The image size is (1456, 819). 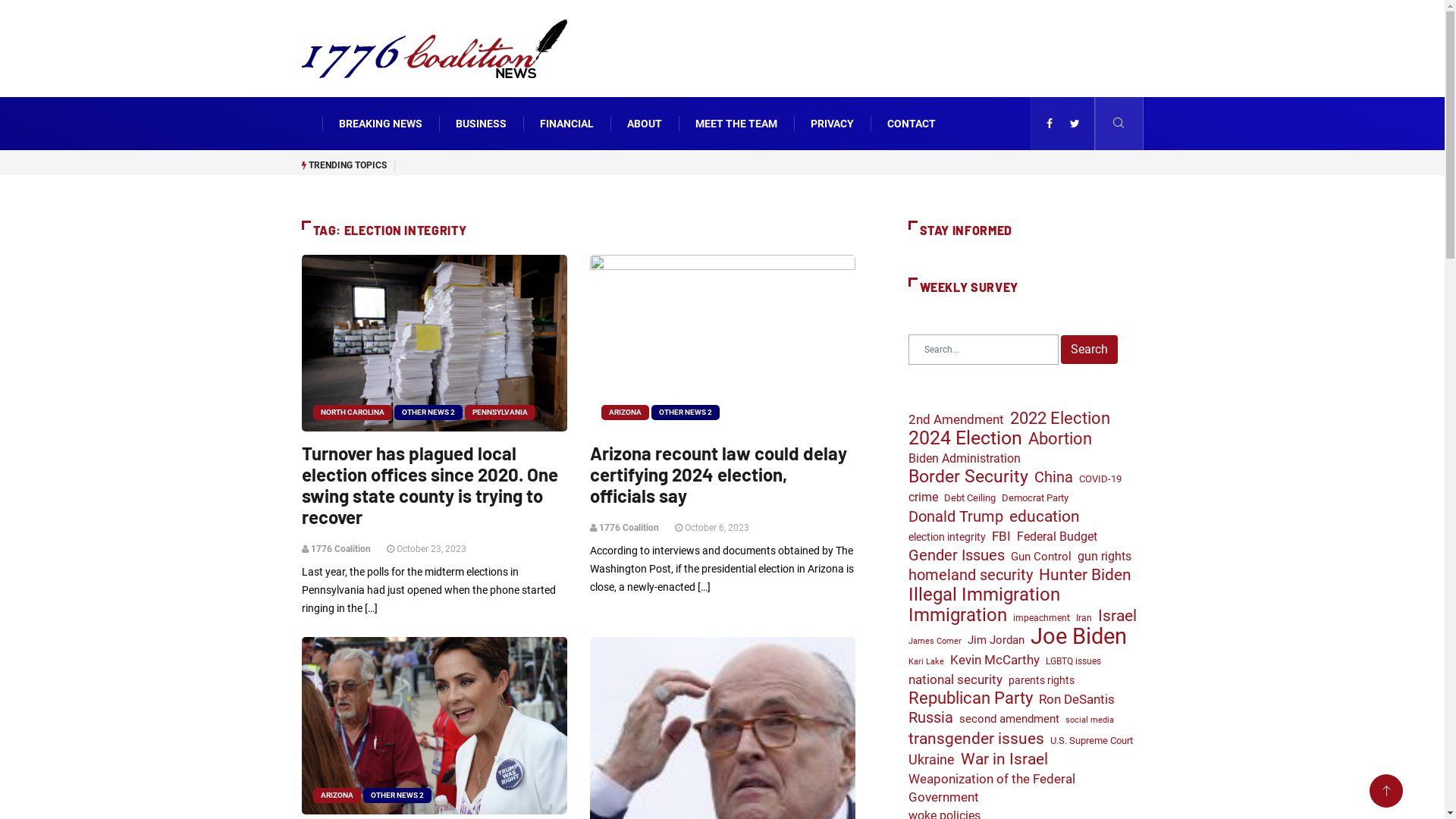 What do you see at coordinates (955, 516) in the screenshot?
I see `'Donald Trump'` at bounding box center [955, 516].